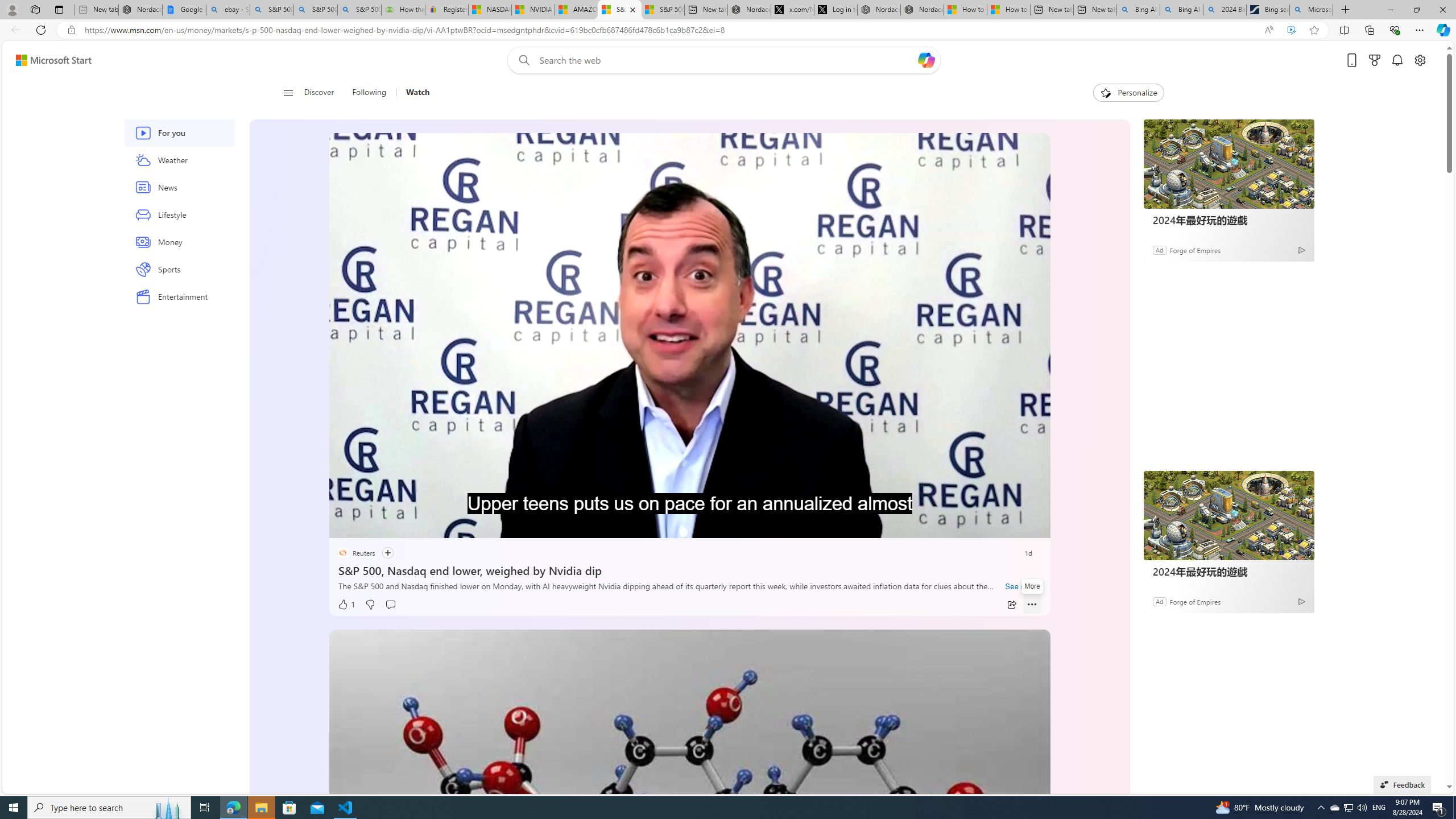 This screenshot has width=1456, height=819. Describe the element at coordinates (287, 92) in the screenshot. I see `'Class: button-glyph'` at that location.